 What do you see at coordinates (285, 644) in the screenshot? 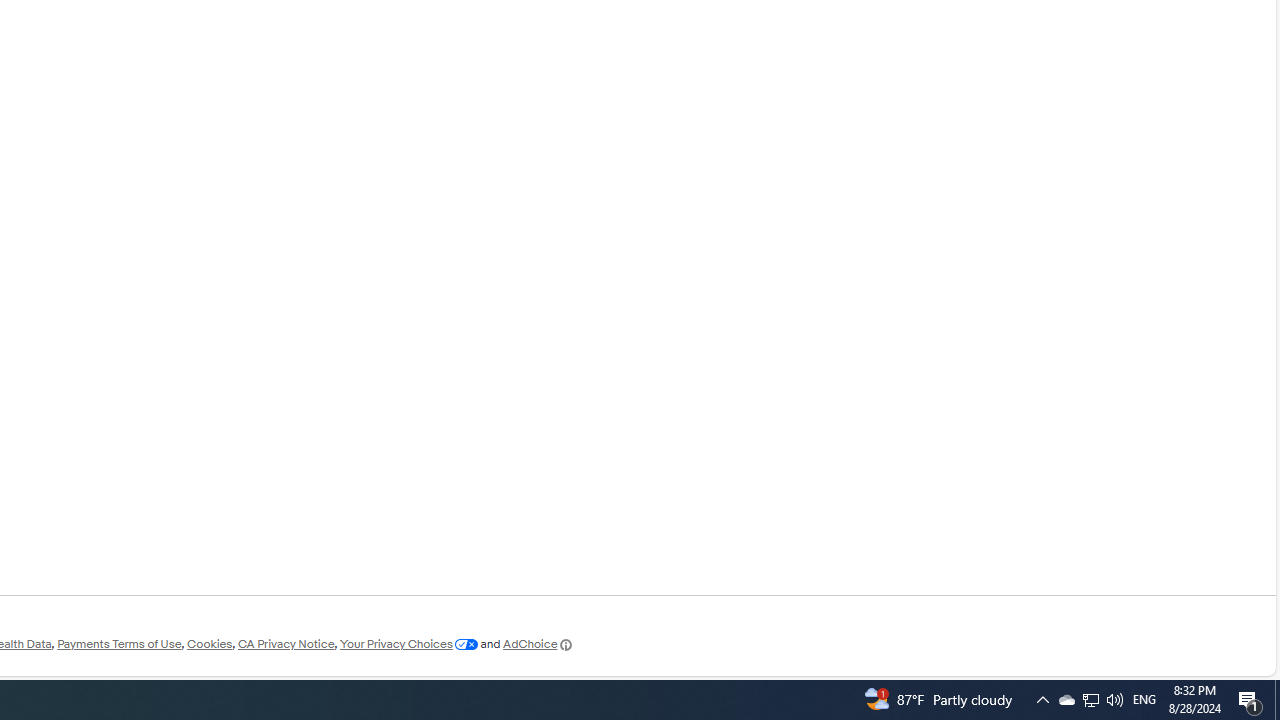
I see `'CA Privacy Notice'` at bounding box center [285, 644].